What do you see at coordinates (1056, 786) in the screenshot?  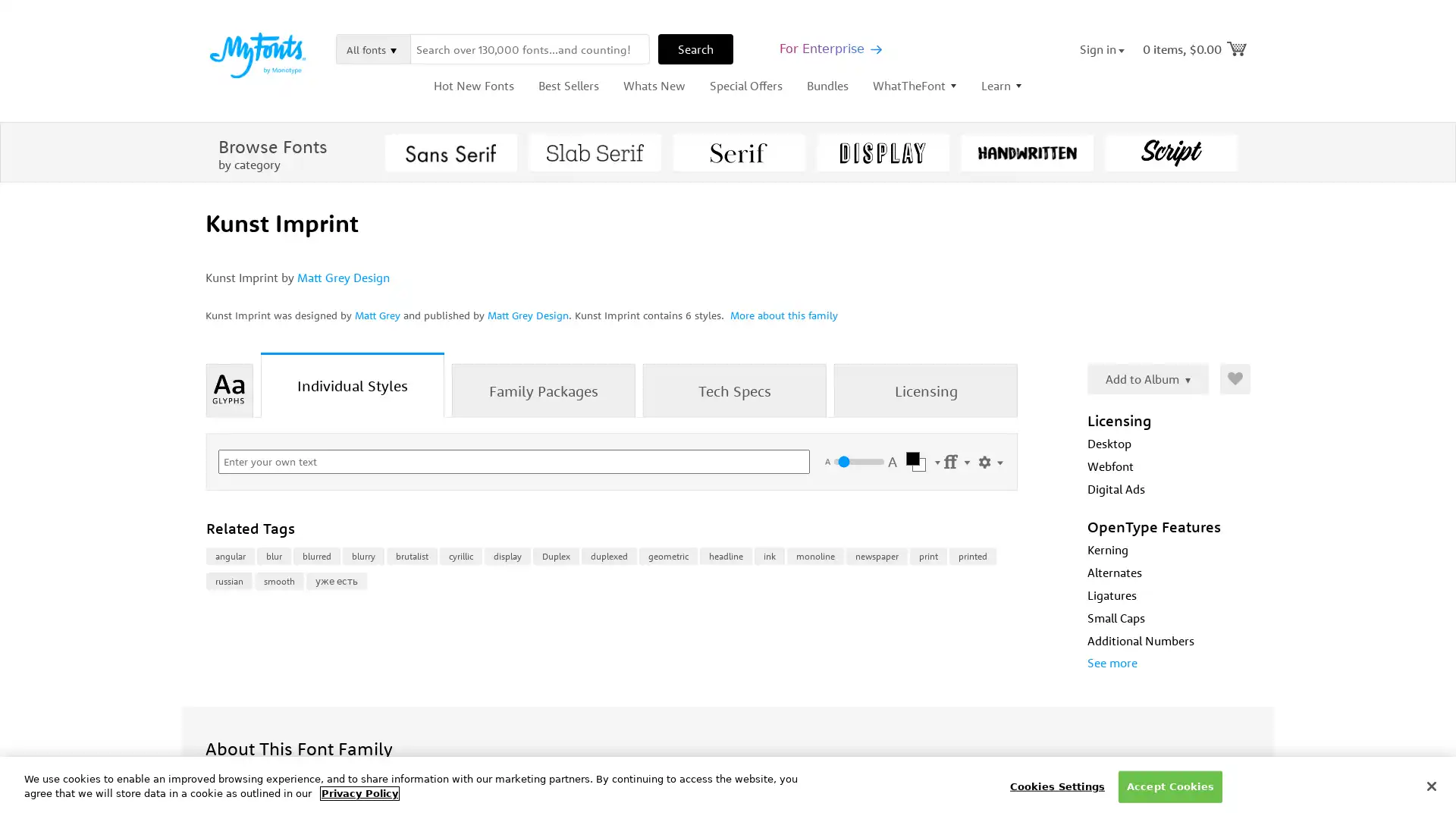 I see `Cookies Settings` at bounding box center [1056, 786].